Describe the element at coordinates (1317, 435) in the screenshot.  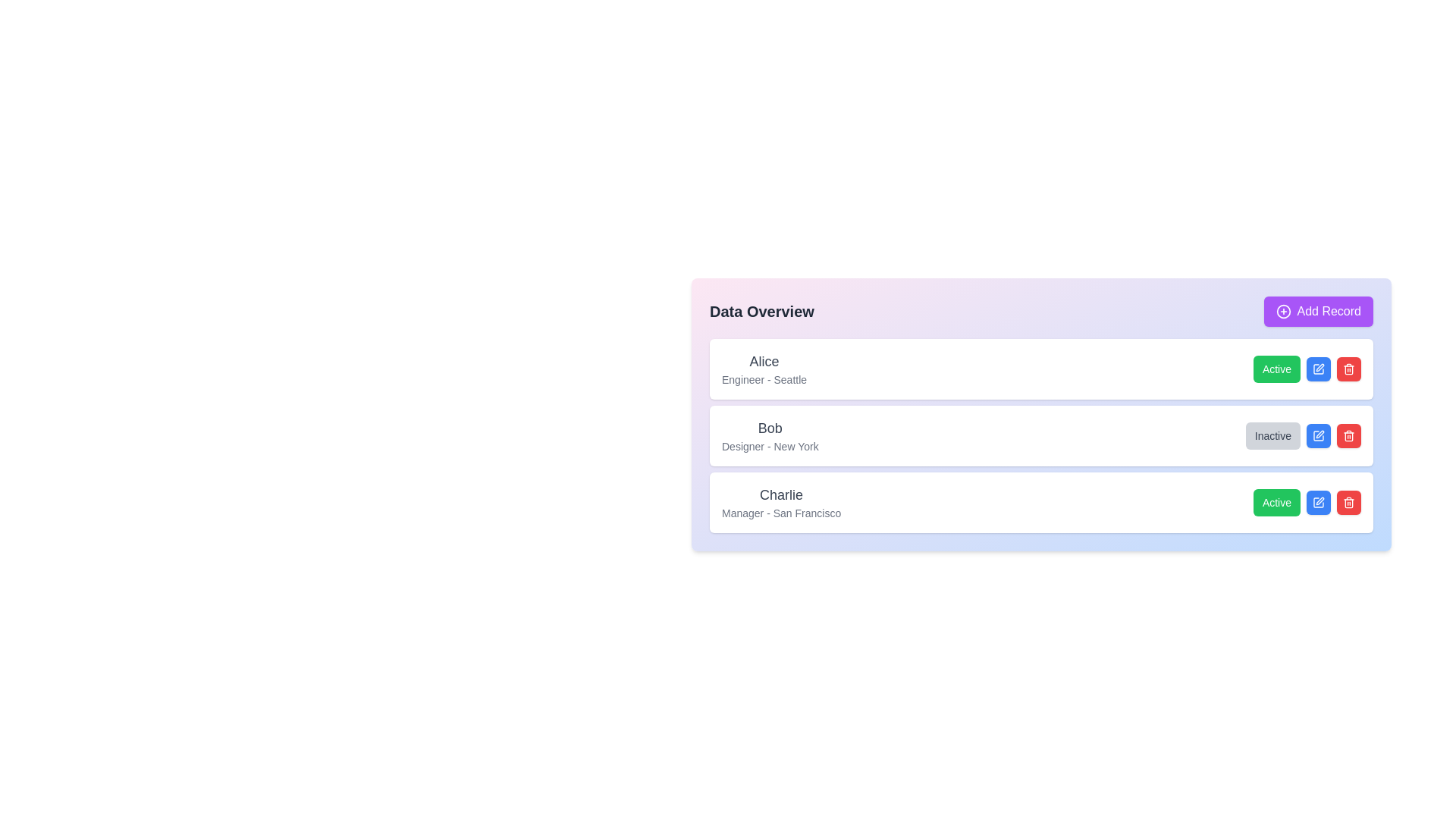
I see `the small blue button with a pencil icon to the right of the 'Inactive' status badge and left of the red trash can button for editing functionality` at that location.